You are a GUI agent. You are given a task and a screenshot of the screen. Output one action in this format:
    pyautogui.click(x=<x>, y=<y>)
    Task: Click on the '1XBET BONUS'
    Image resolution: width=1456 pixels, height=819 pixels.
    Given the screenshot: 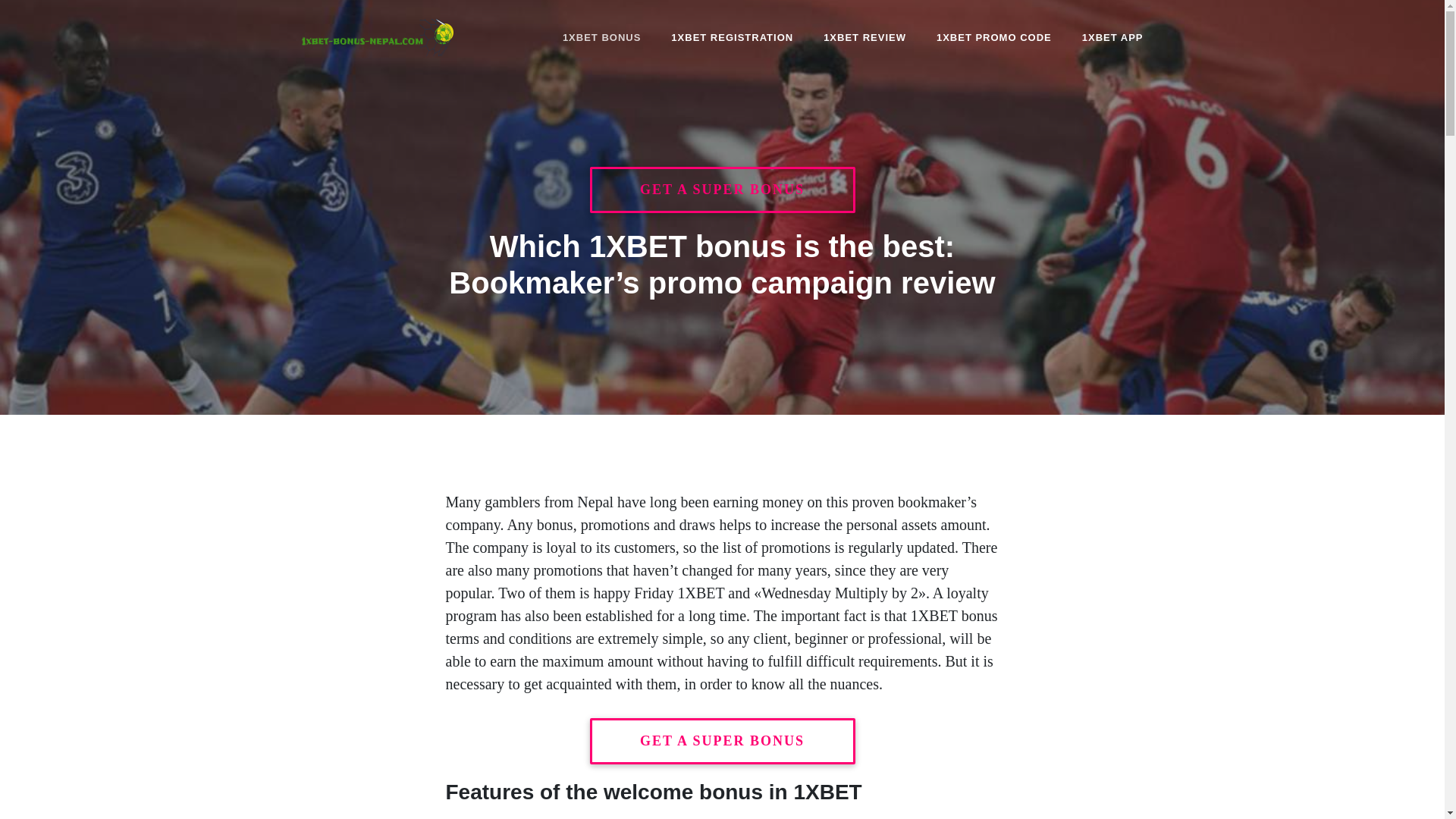 What is the action you would take?
    pyautogui.click(x=546, y=36)
    